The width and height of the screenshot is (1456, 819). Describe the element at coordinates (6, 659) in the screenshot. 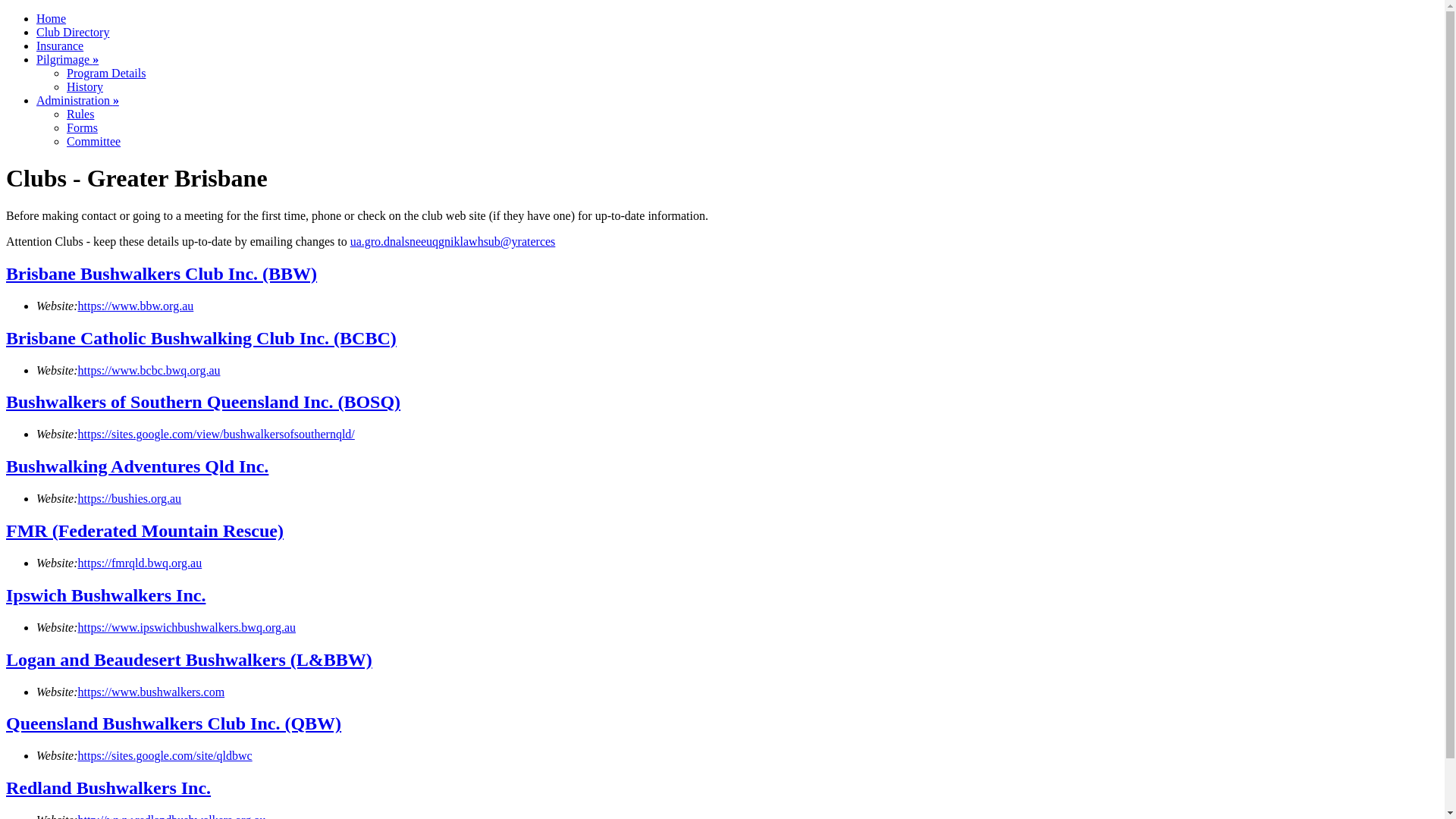

I see `'Logan and Beaudesert Bushwalkers (L&BBW)'` at that location.